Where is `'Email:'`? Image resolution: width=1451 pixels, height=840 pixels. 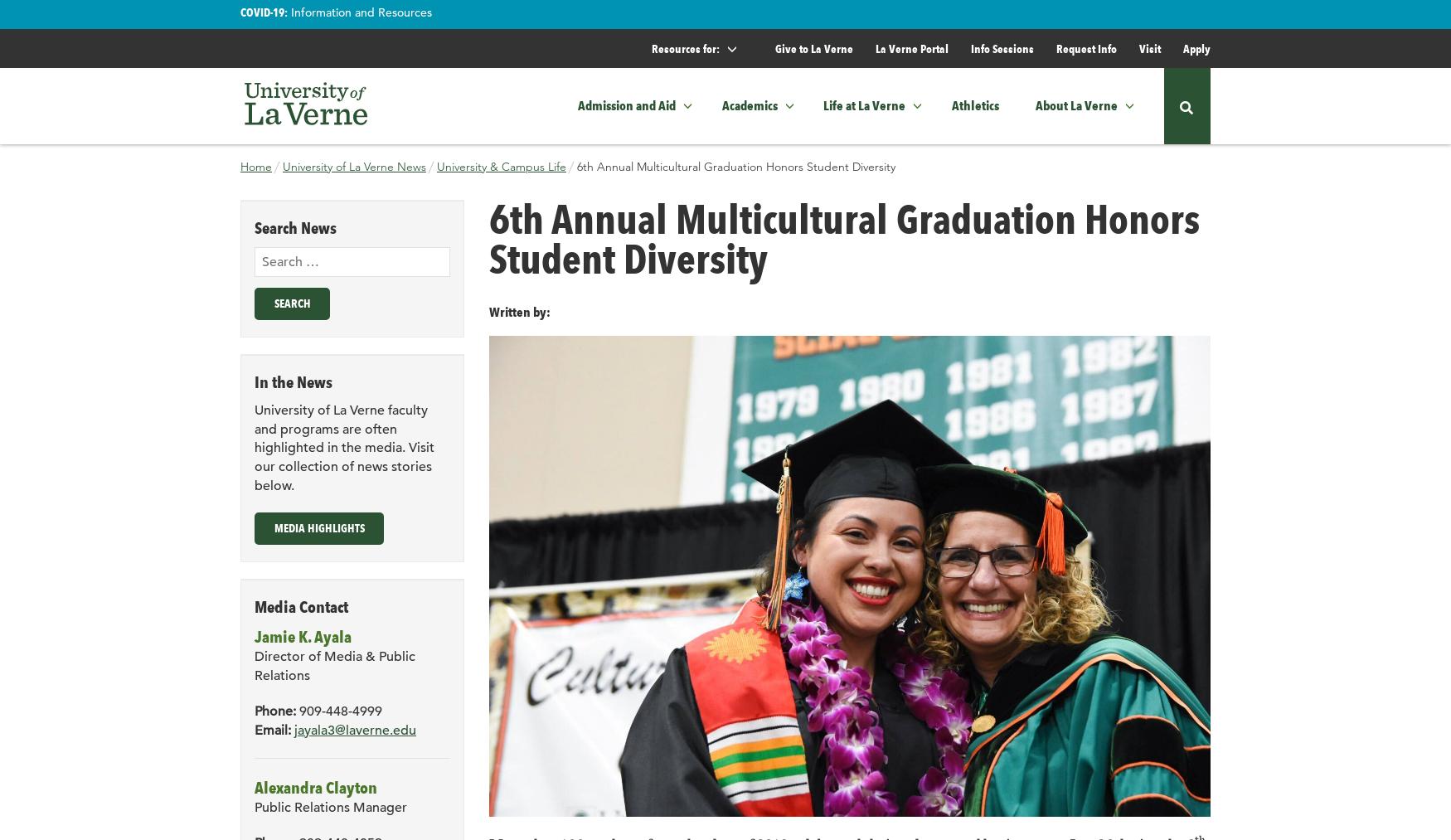 'Email:' is located at coordinates (253, 728).